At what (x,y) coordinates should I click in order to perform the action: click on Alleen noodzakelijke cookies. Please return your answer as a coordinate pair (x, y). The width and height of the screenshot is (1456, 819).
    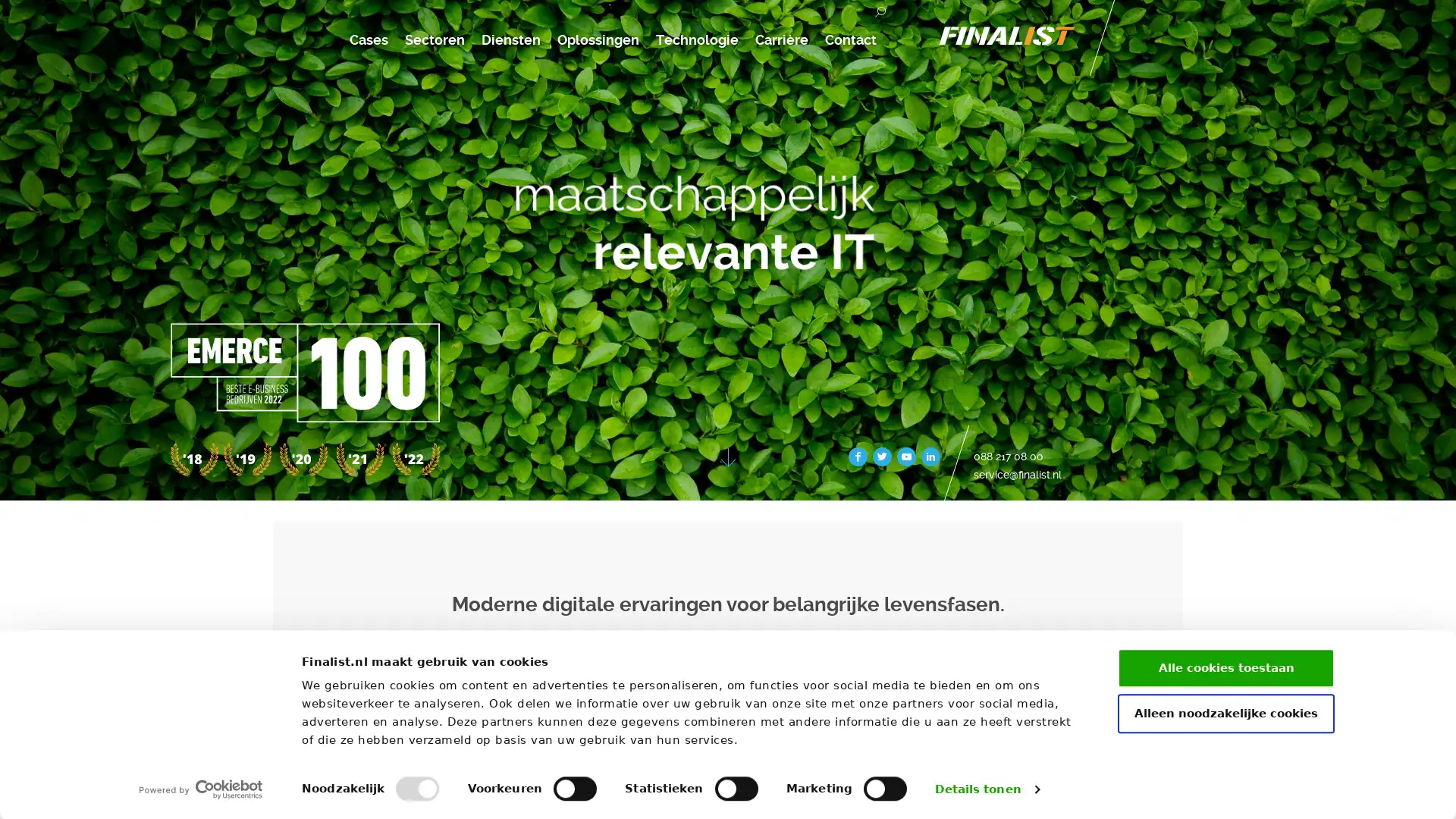
    Looking at the image, I should click on (1226, 713).